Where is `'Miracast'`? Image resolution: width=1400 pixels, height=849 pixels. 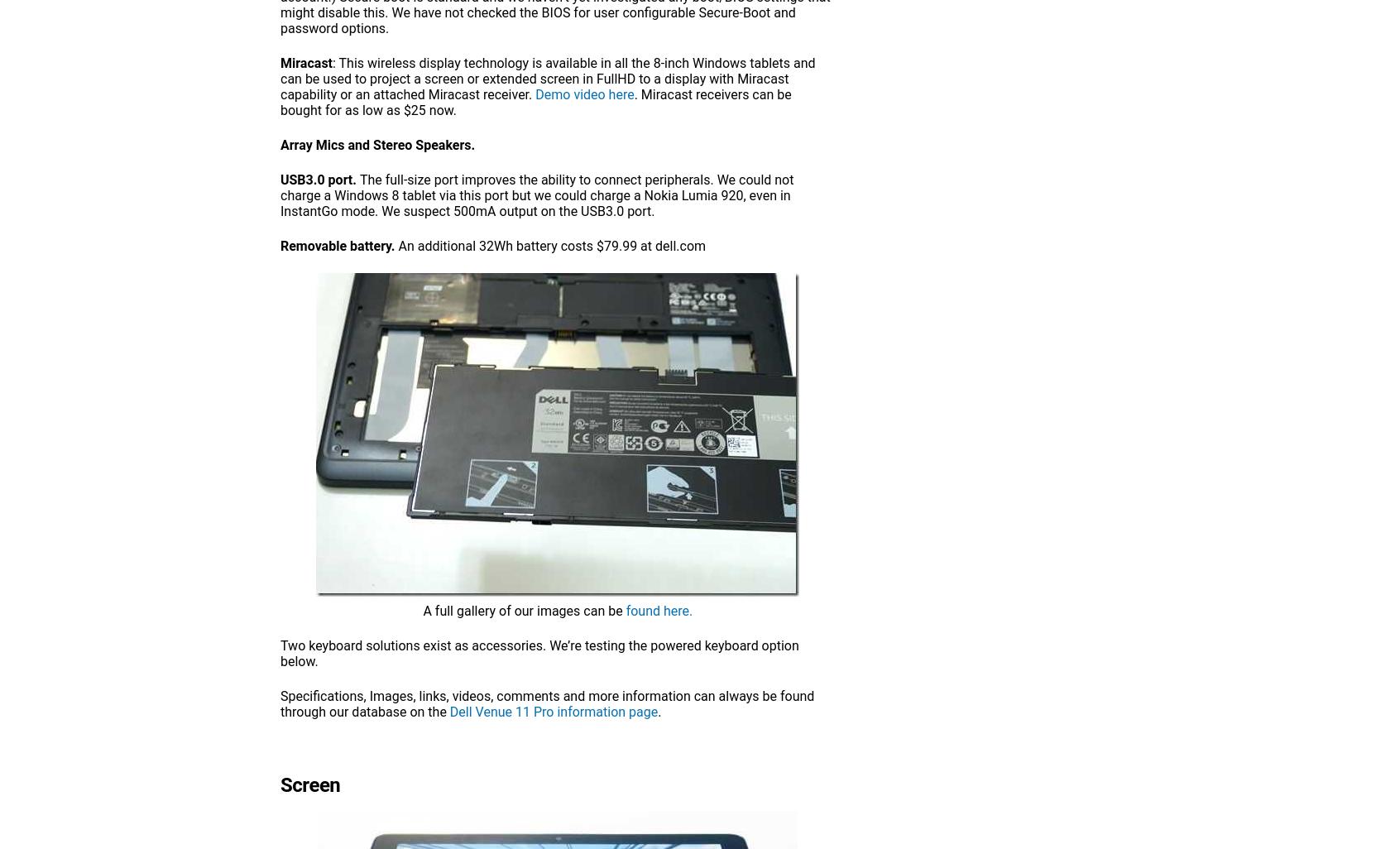
'Miracast' is located at coordinates (280, 62).